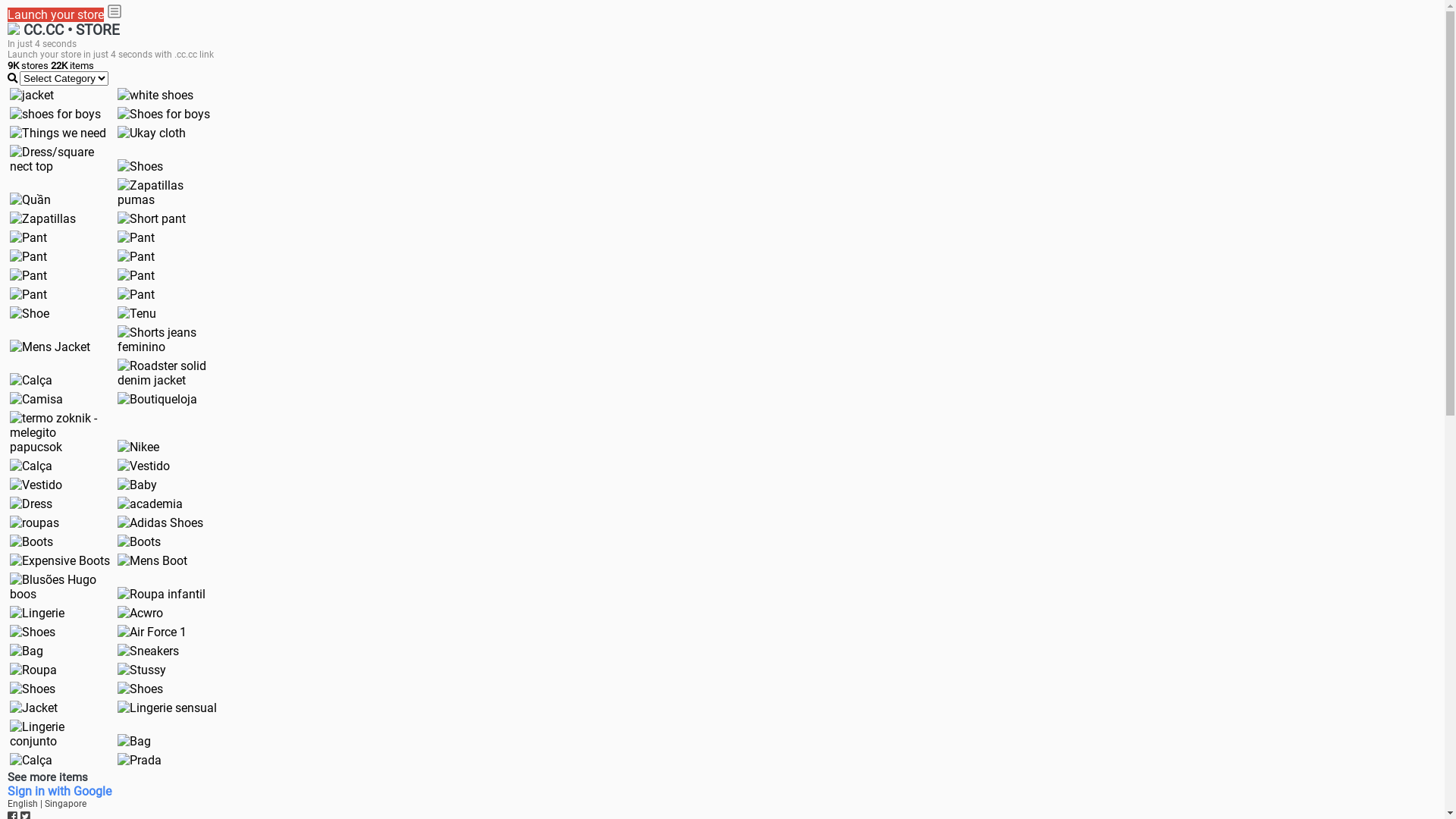 This screenshot has height=819, width=1456. I want to click on 'Boots', so click(139, 541).